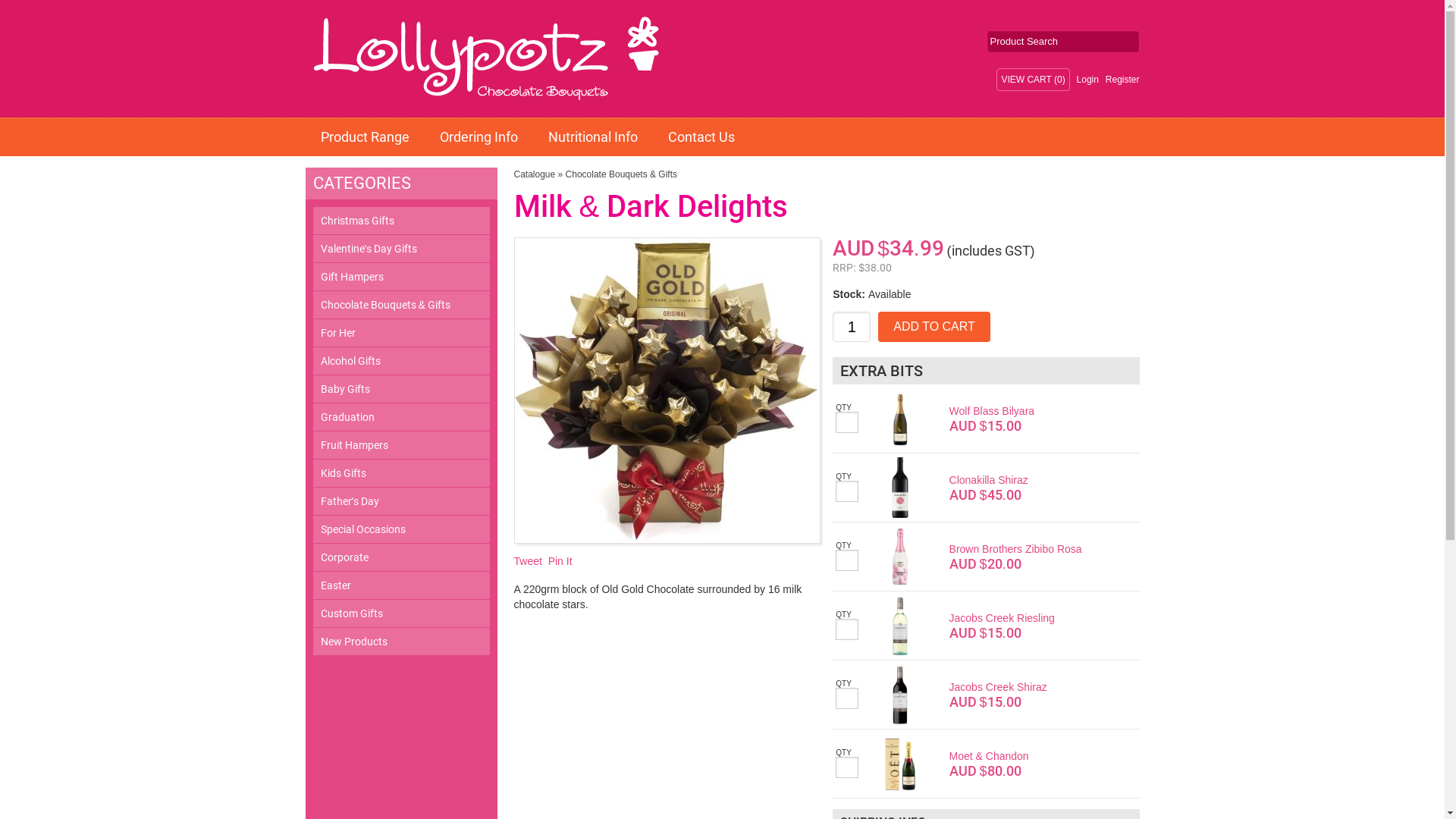  What do you see at coordinates (1032, 79) in the screenshot?
I see `'VIEW CART (0)'` at bounding box center [1032, 79].